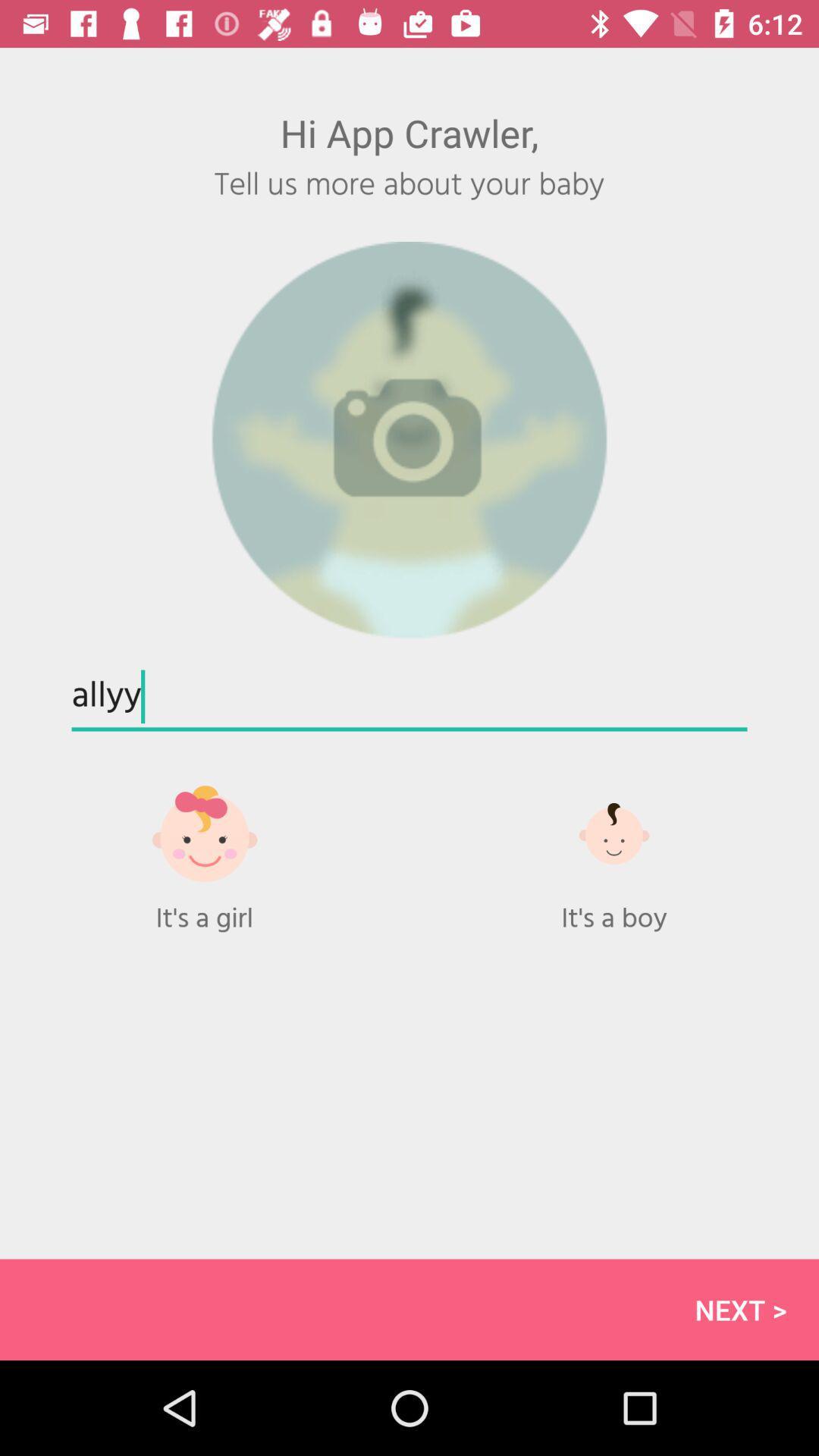 This screenshot has height=1456, width=819. I want to click on girl baby, so click(205, 849).